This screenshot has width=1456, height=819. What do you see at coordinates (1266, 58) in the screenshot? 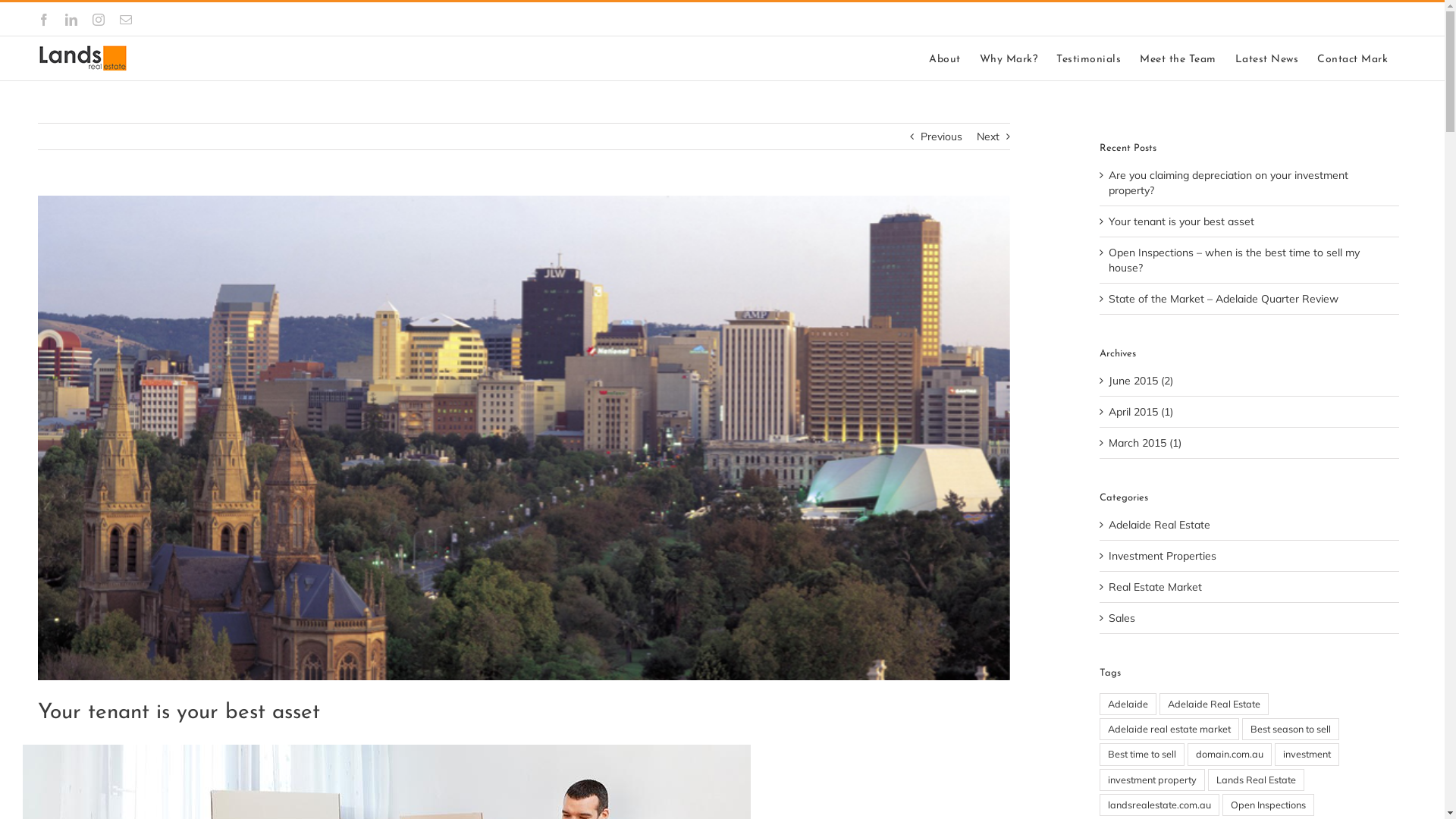
I see `'Latest News'` at bounding box center [1266, 58].